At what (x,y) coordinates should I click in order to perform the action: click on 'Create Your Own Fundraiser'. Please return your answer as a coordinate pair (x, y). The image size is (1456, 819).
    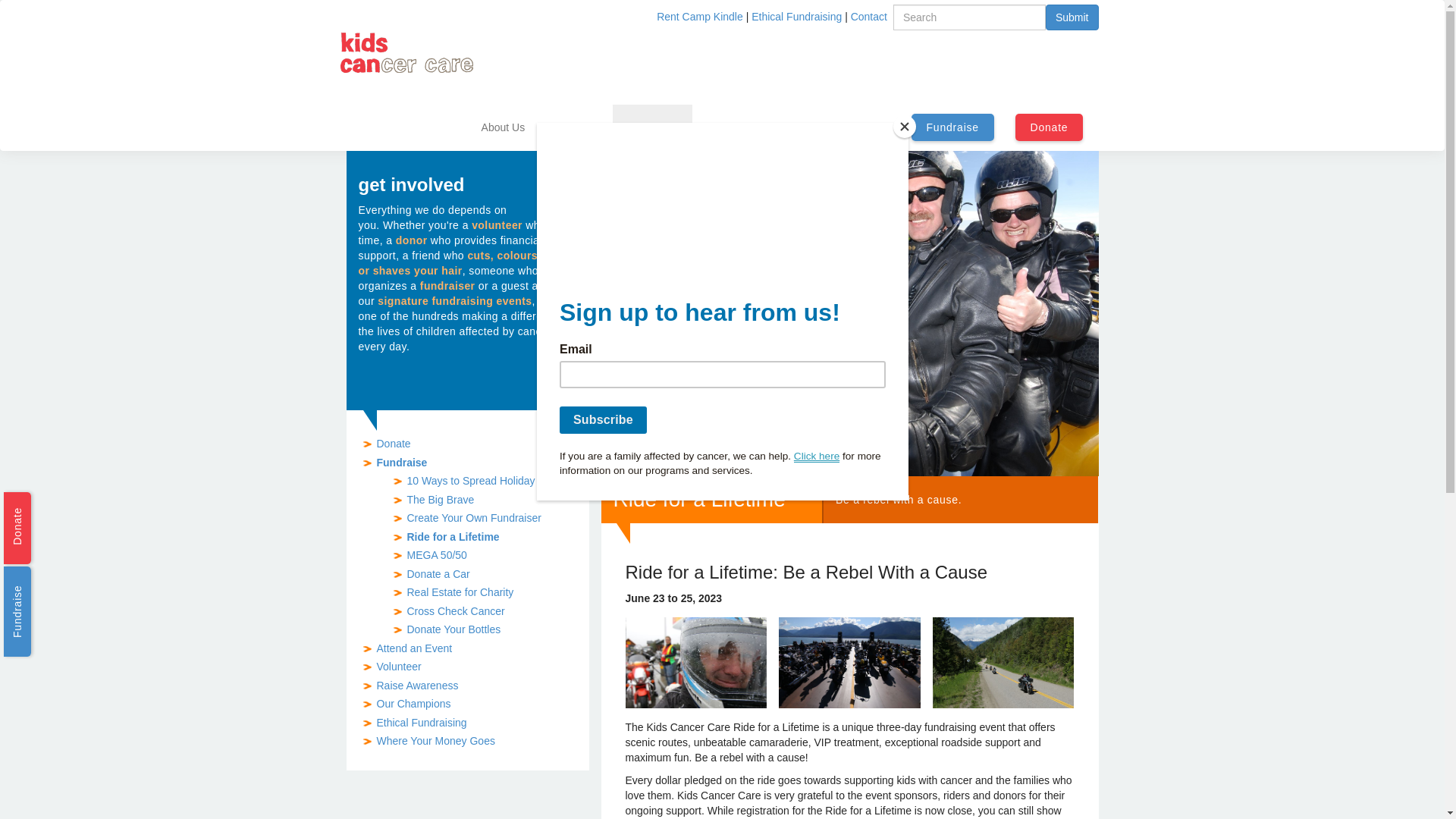
    Looking at the image, I should click on (472, 516).